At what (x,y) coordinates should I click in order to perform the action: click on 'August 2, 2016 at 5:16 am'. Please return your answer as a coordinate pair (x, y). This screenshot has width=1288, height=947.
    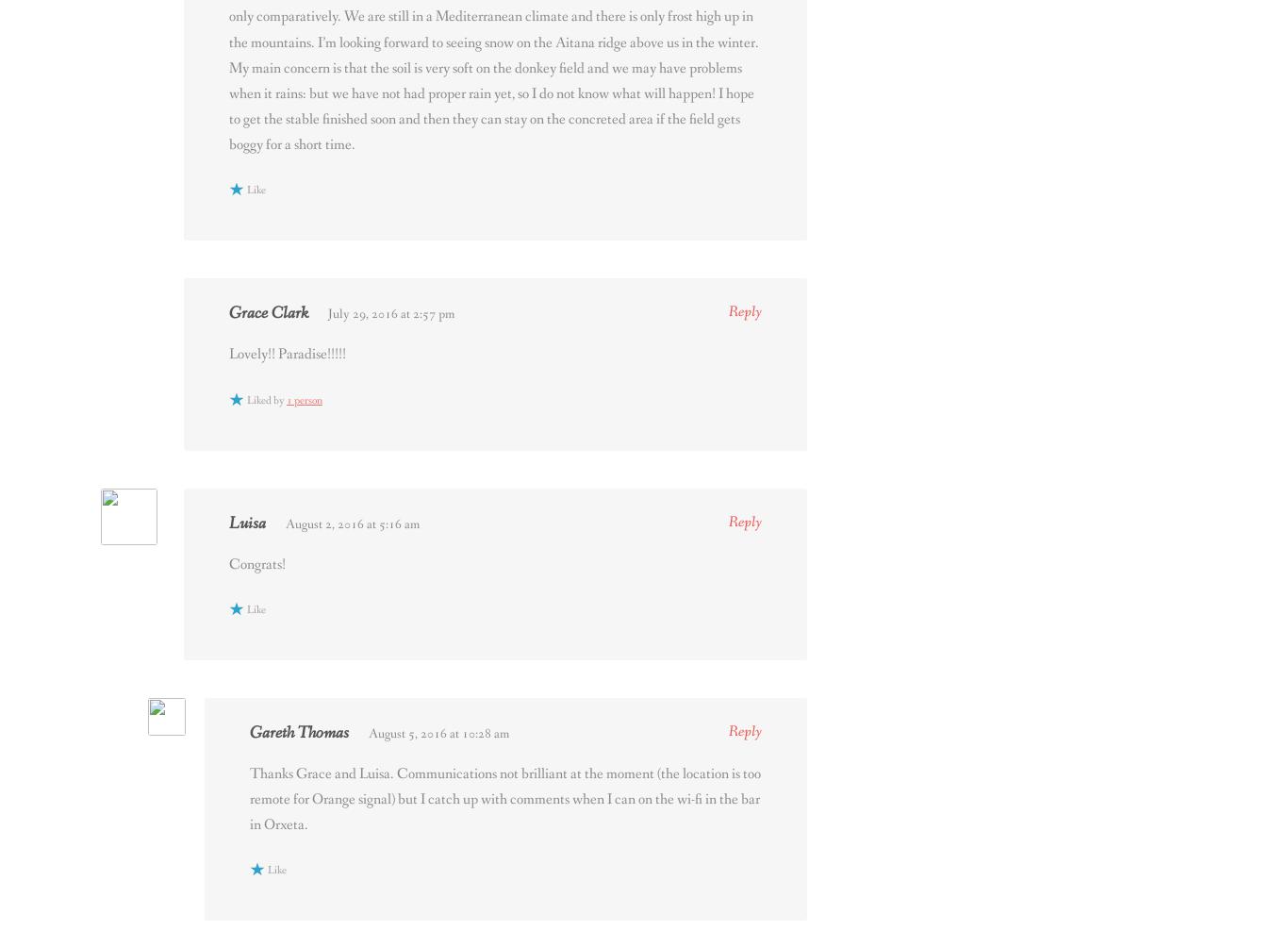
    Looking at the image, I should click on (352, 523).